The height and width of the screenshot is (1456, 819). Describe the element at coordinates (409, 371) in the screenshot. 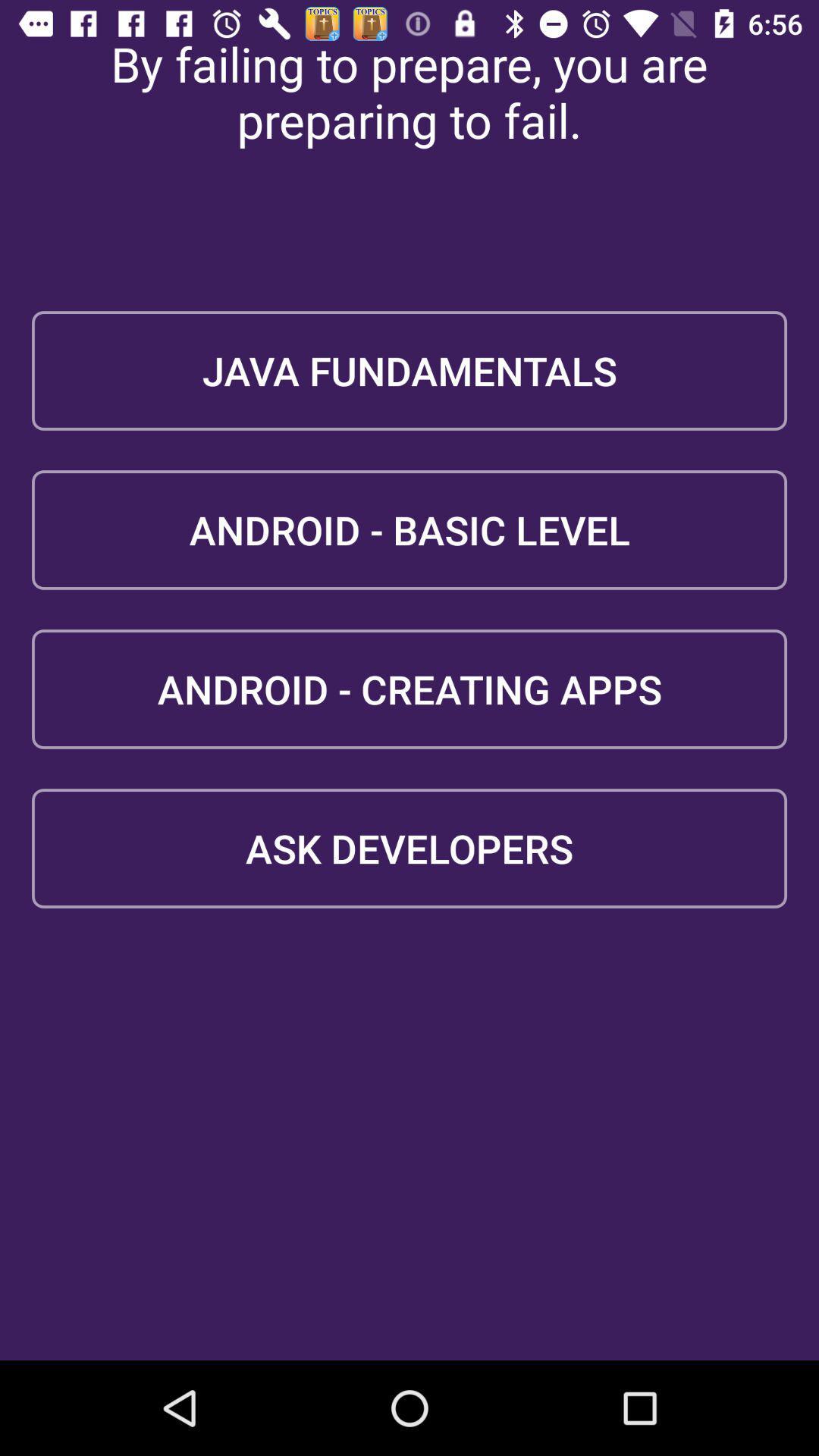

I see `the item above the android - basic level` at that location.